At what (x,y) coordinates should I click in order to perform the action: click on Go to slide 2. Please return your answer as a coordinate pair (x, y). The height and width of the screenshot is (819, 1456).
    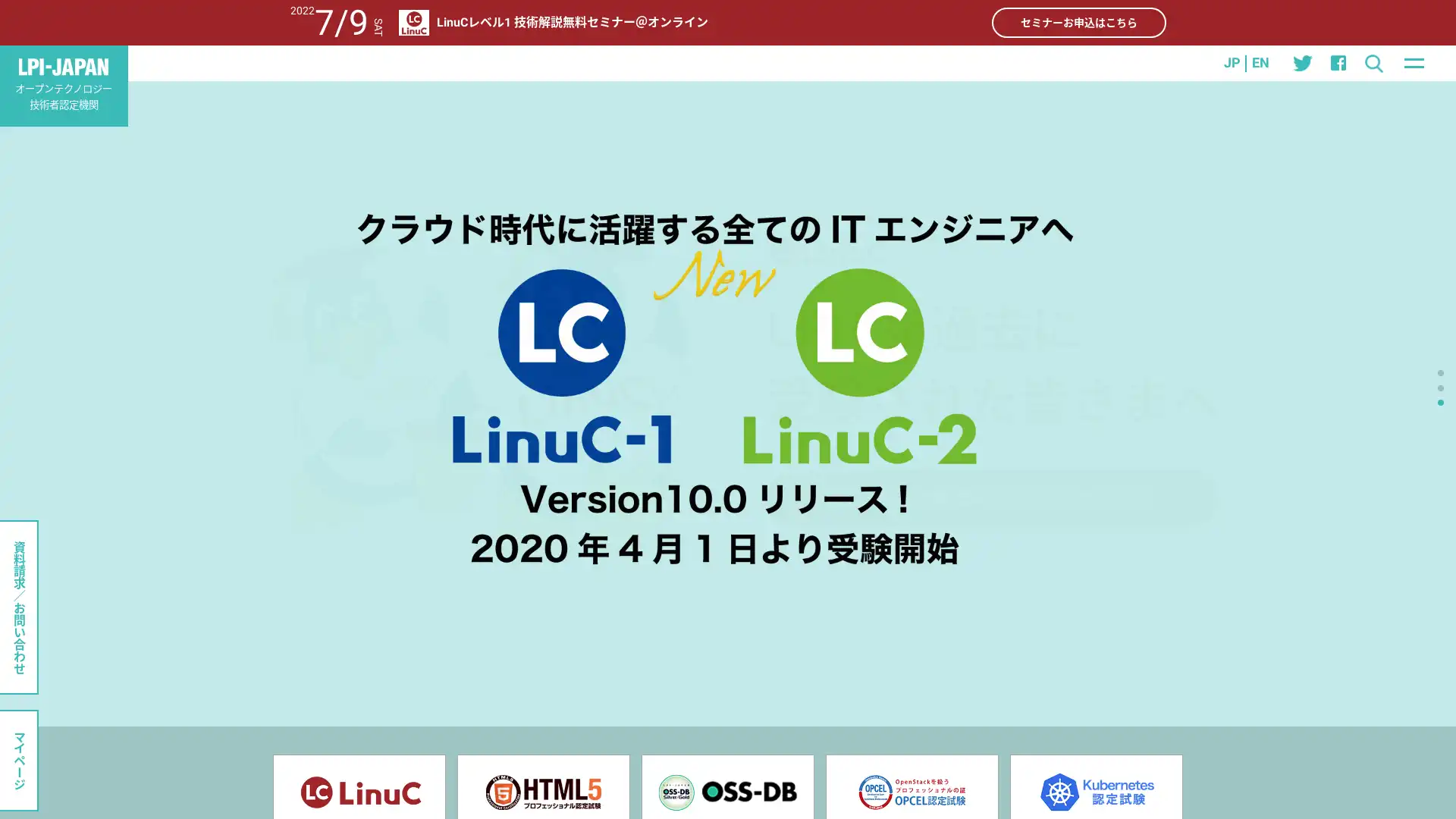
    Looking at the image, I should click on (1440, 386).